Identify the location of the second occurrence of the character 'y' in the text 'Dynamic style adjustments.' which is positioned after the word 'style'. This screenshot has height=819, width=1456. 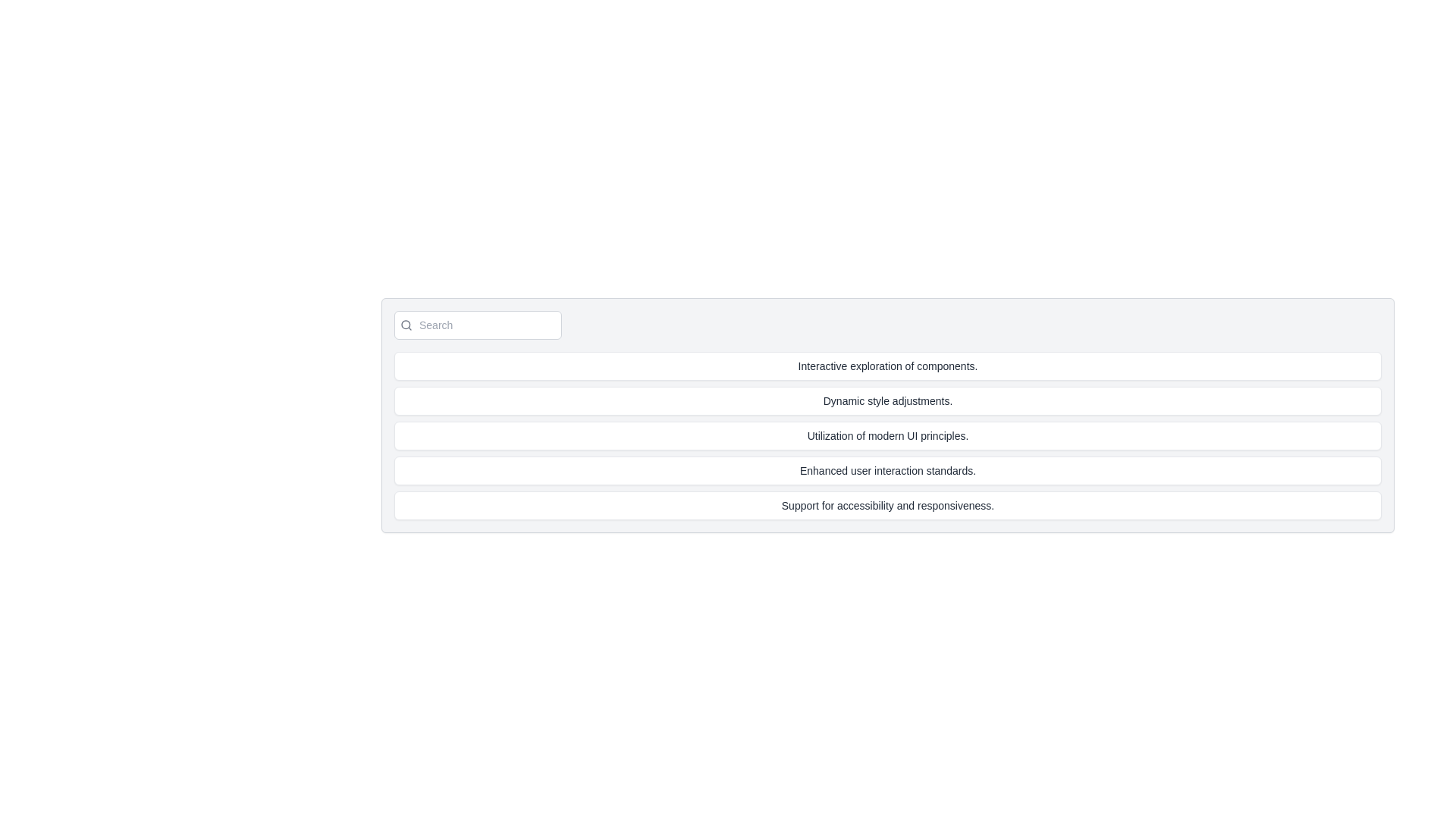
(878, 400).